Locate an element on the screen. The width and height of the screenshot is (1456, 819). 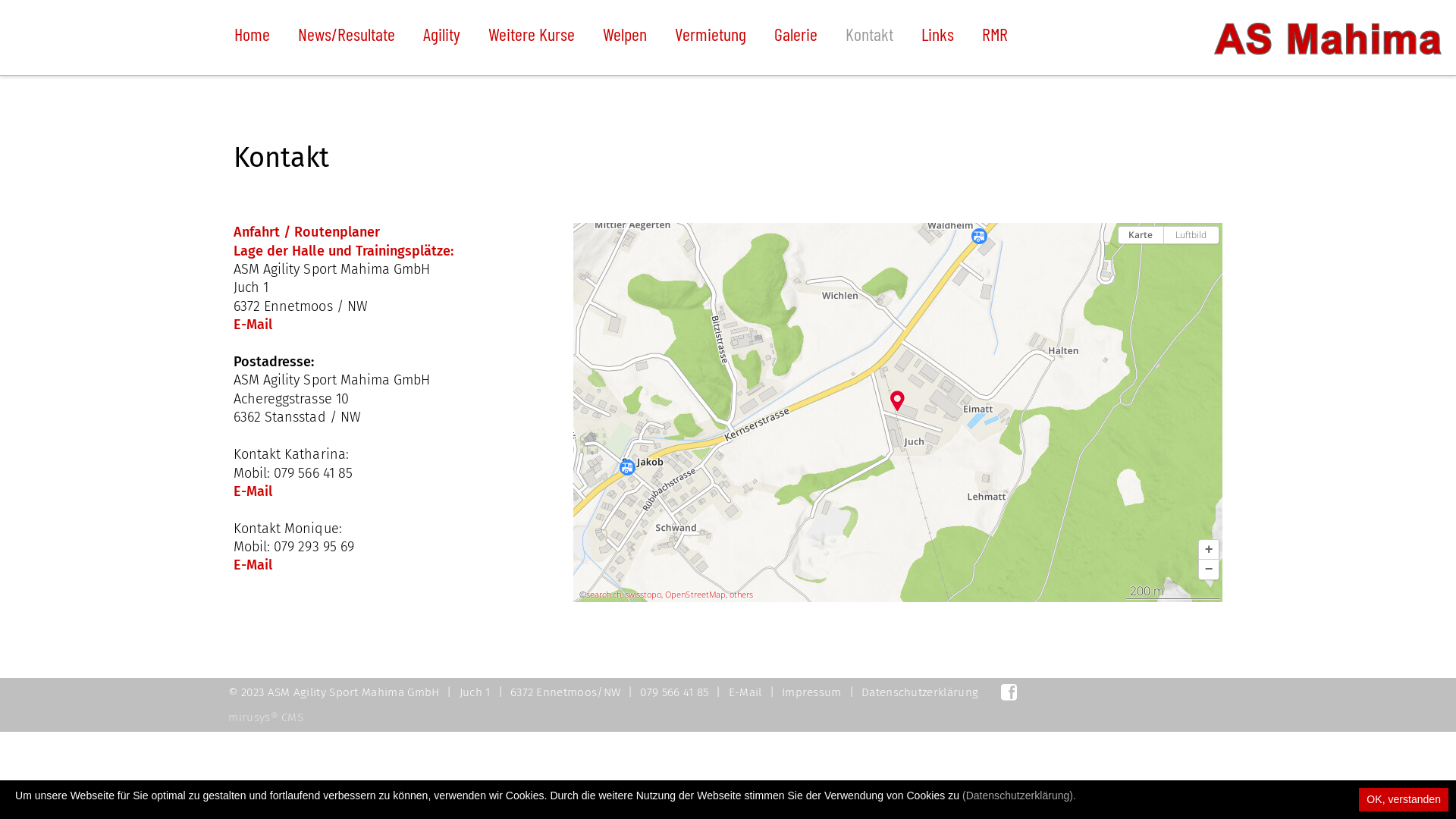
'Home' is located at coordinates (252, 37).